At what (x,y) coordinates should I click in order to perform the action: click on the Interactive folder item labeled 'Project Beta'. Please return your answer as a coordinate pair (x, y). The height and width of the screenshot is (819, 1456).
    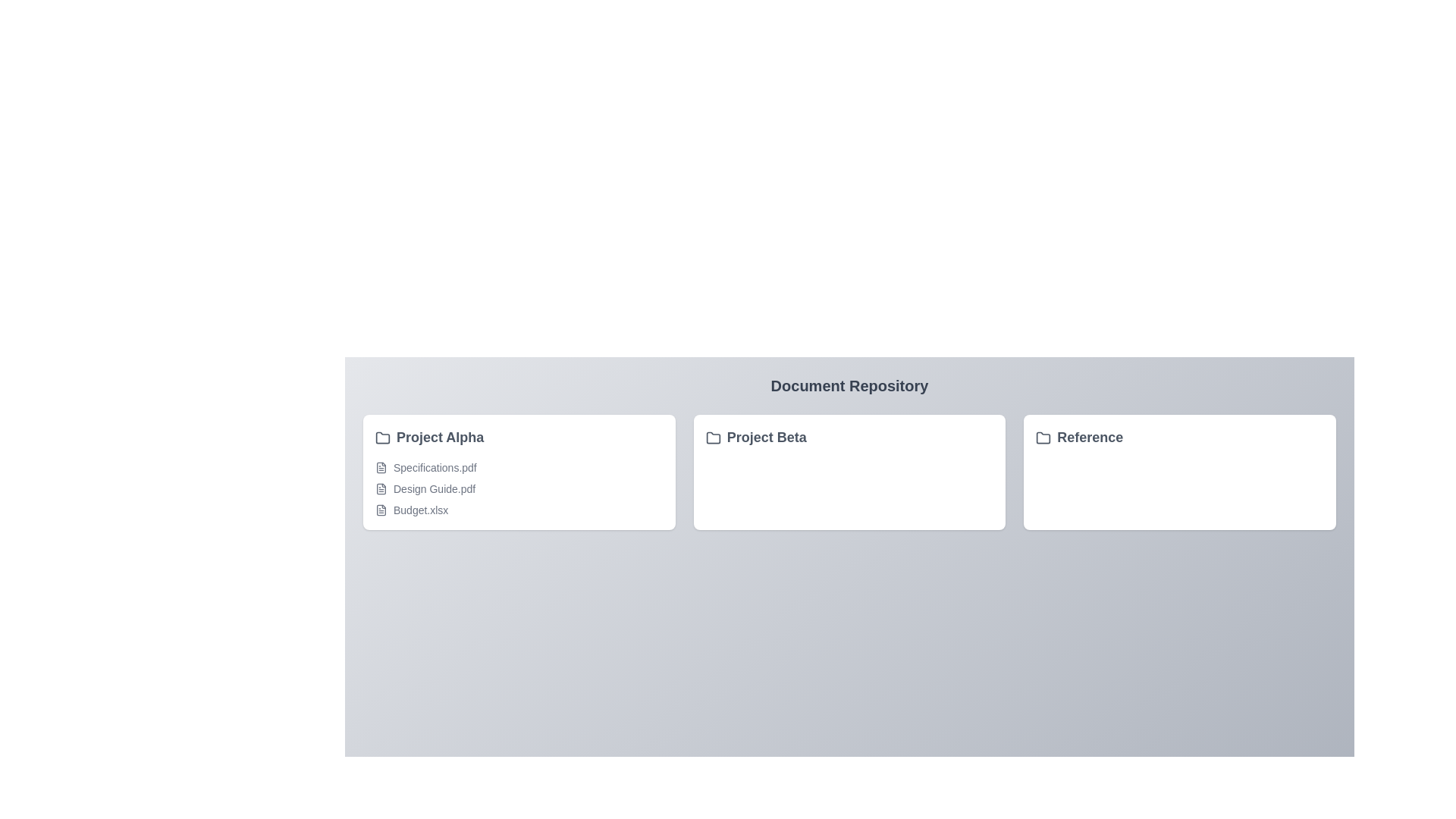
    Looking at the image, I should click on (849, 438).